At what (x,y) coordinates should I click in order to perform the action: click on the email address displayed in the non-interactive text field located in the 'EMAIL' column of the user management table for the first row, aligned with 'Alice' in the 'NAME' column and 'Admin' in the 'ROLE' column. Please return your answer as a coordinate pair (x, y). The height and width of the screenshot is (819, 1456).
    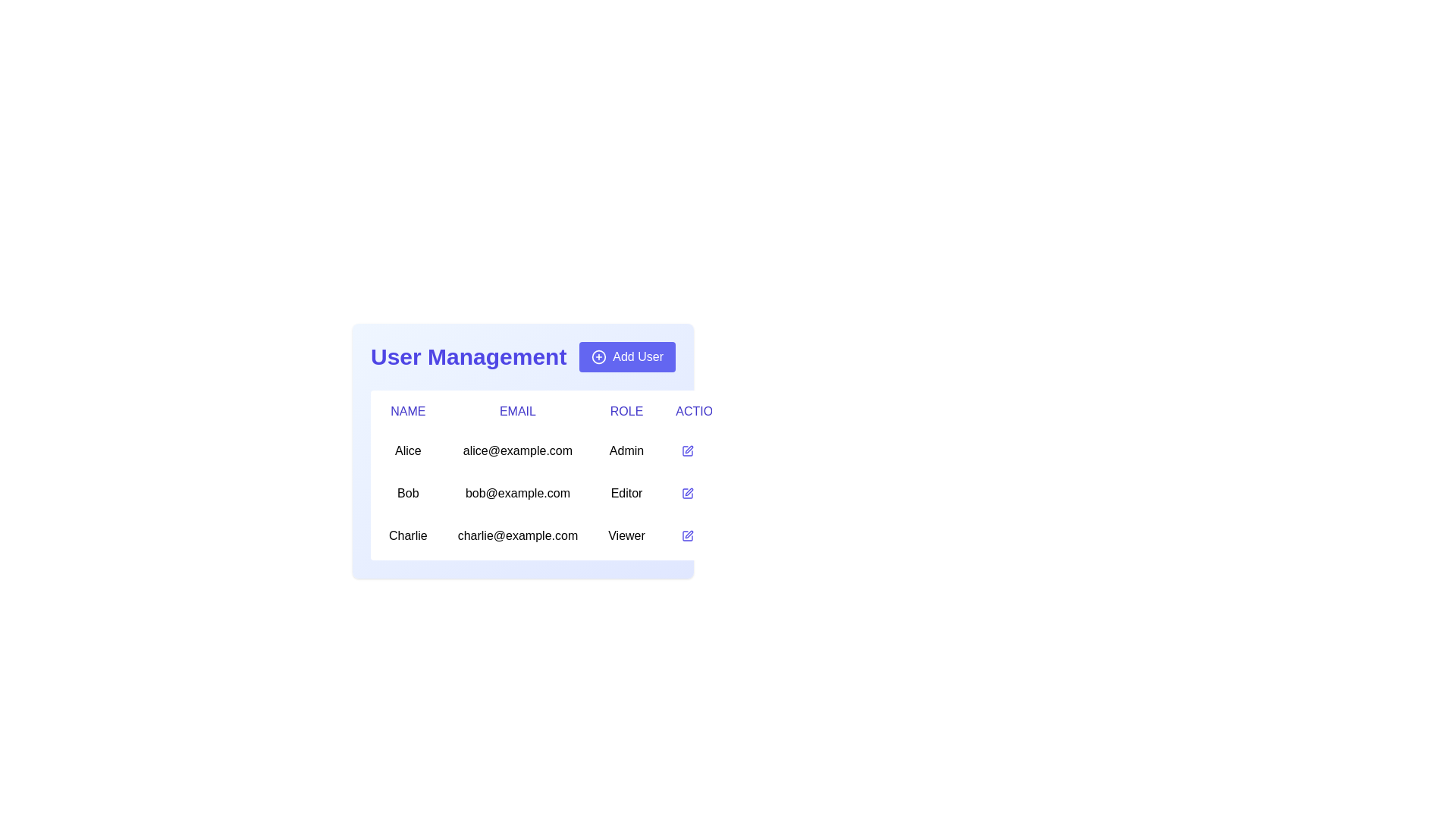
    Looking at the image, I should click on (517, 450).